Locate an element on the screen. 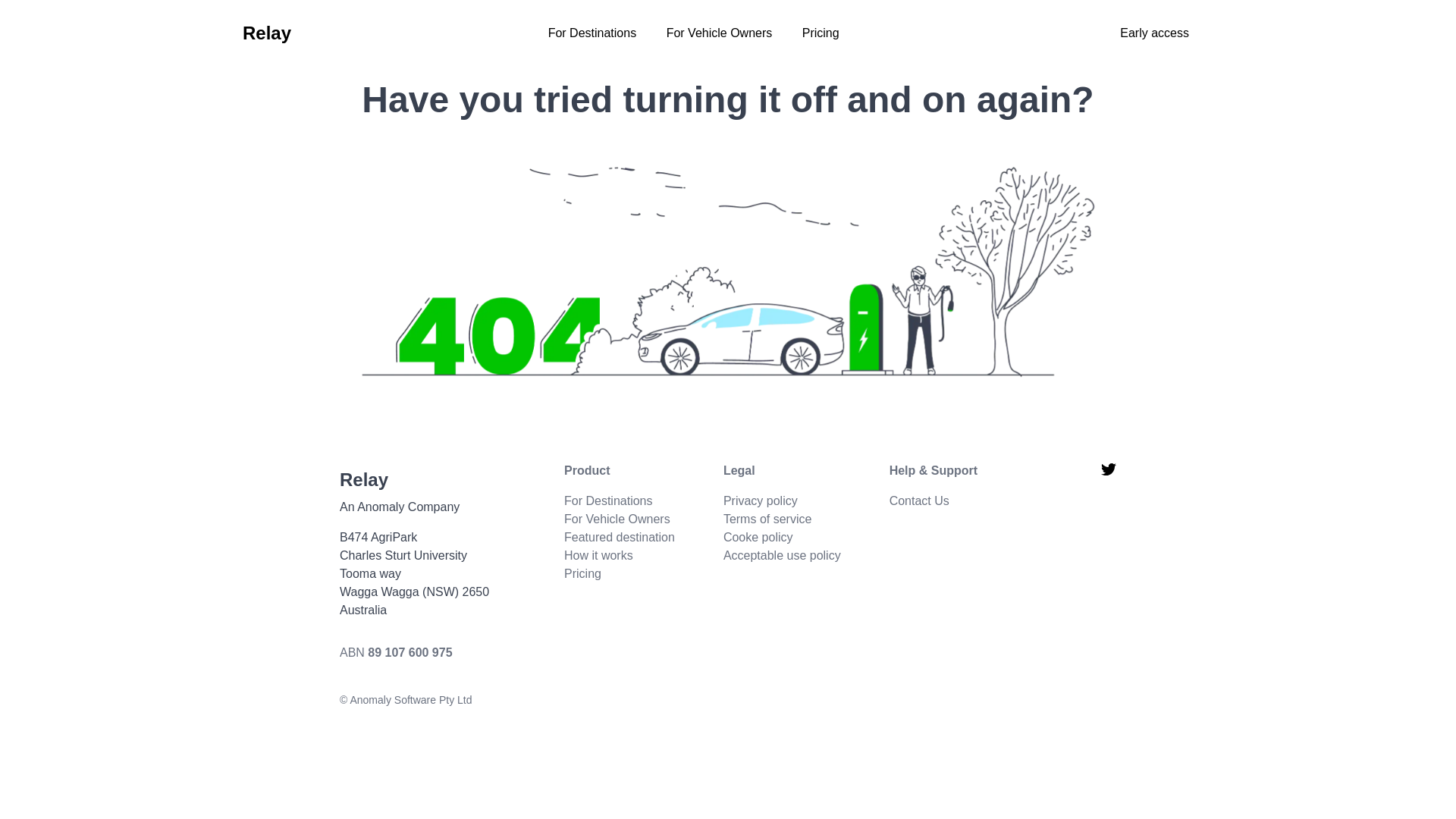 The width and height of the screenshot is (1456, 819). 'Relay' is located at coordinates (266, 33).